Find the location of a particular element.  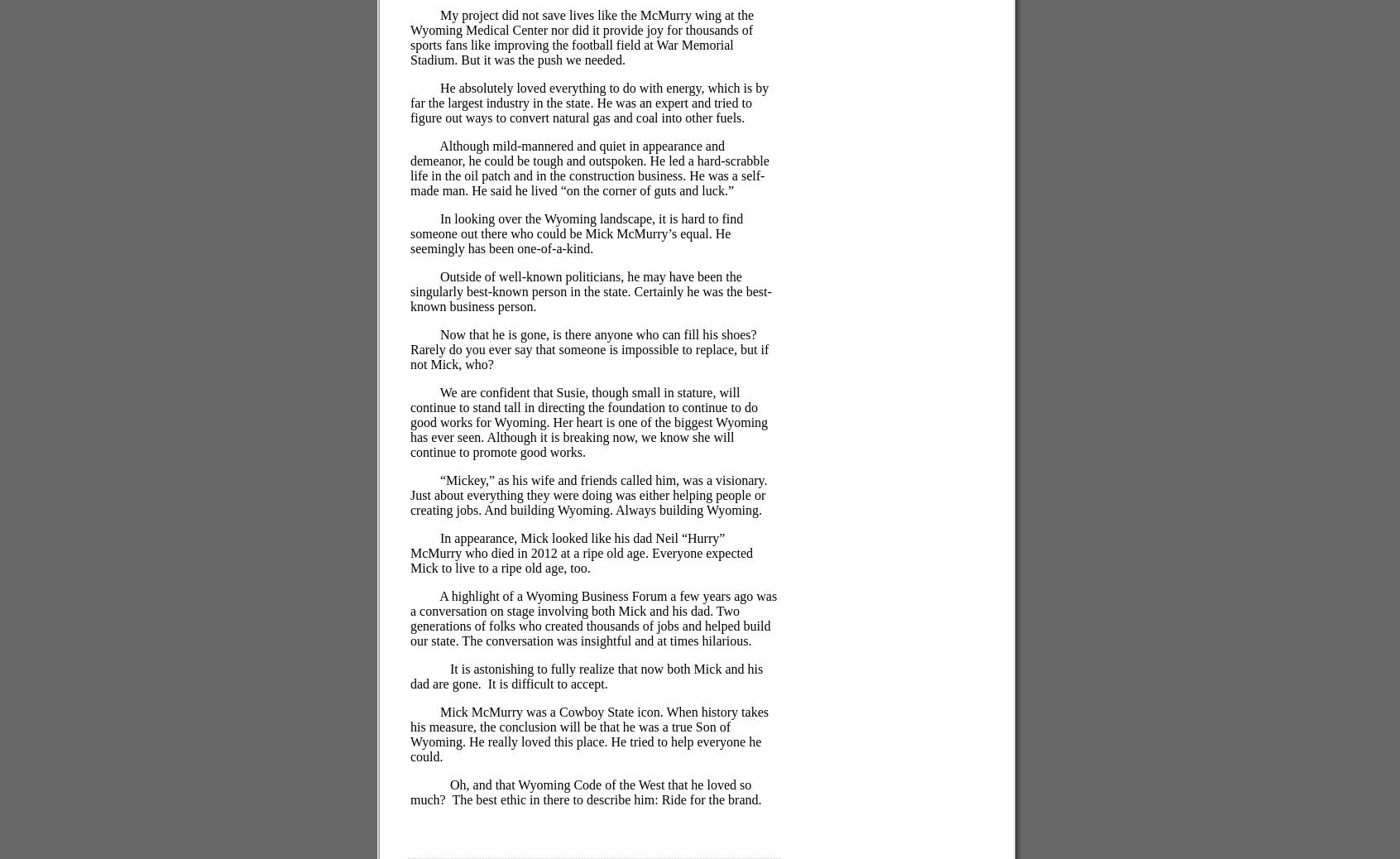

'Outside of
well-known politicians, he may have been the singularly best-known person in
the state. Certainly he was the best-known business person.' is located at coordinates (590, 290).